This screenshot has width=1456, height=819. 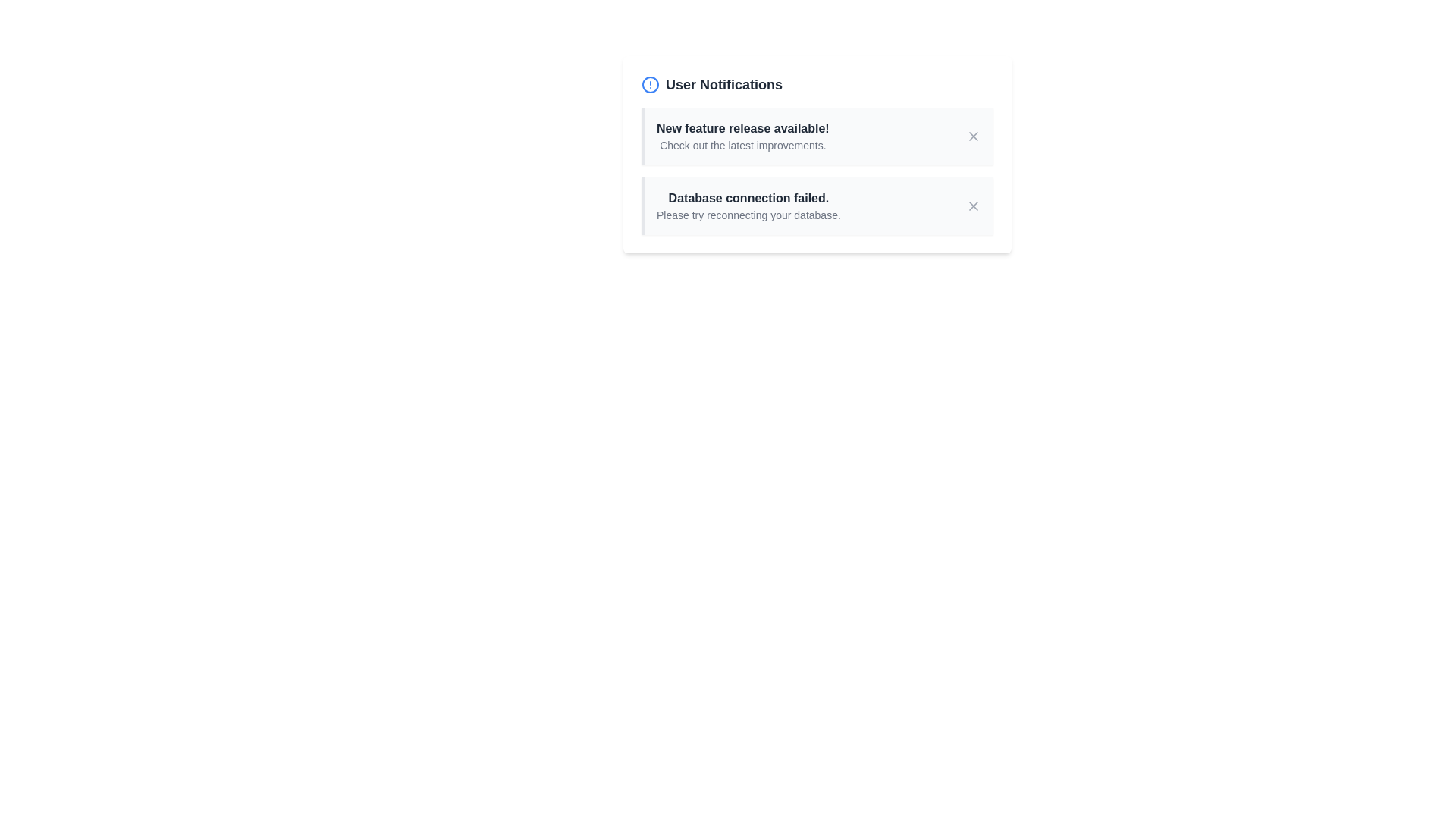 I want to click on the guidance text located beneath the 'Database connection failed.' heading in the User Notifications section, so click(x=748, y=215).